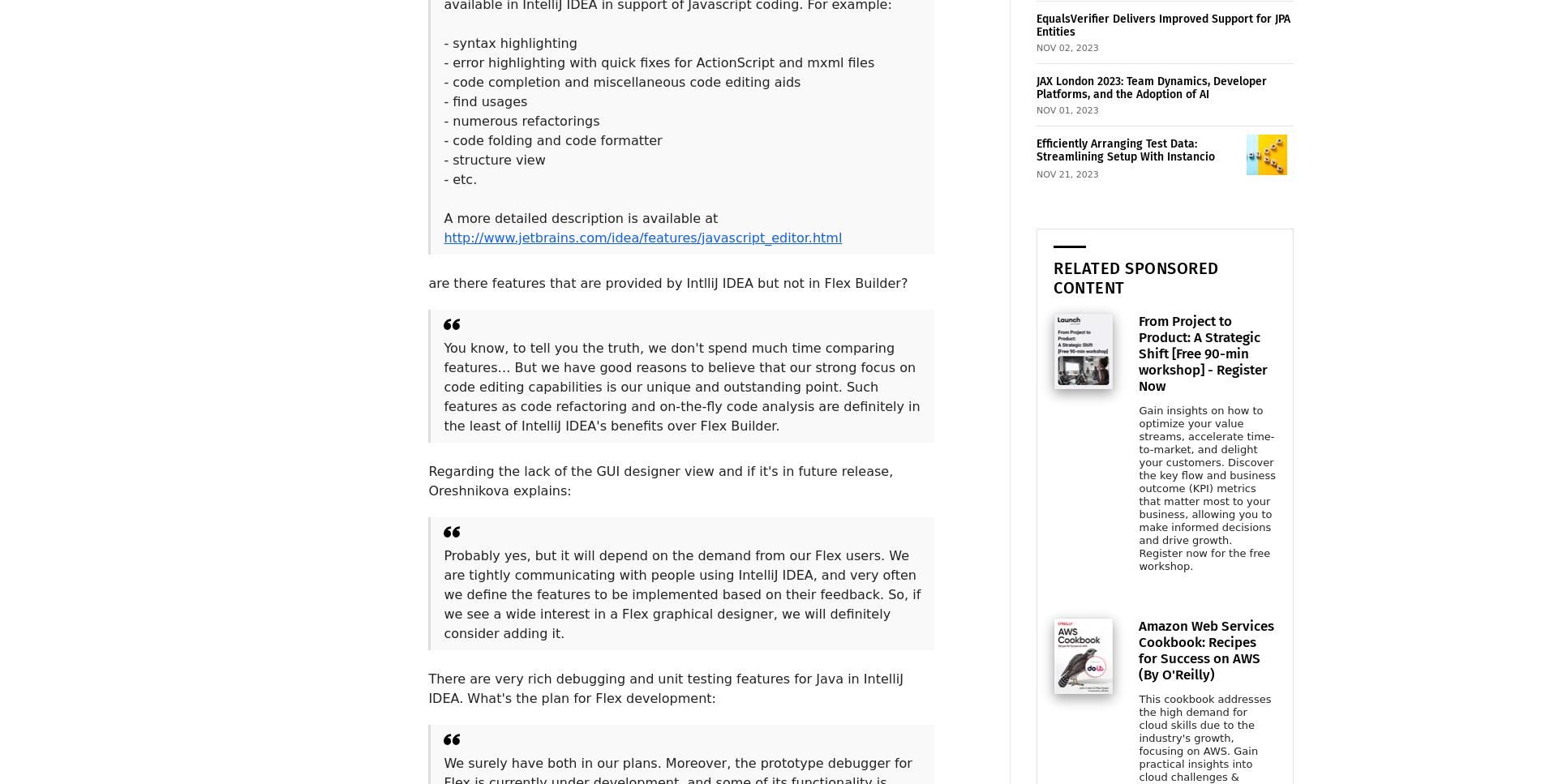  What do you see at coordinates (1124, 150) in the screenshot?
I see `'Efficiently Arranging Test Data: Streamlining Setup With Instancio'` at bounding box center [1124, 150].